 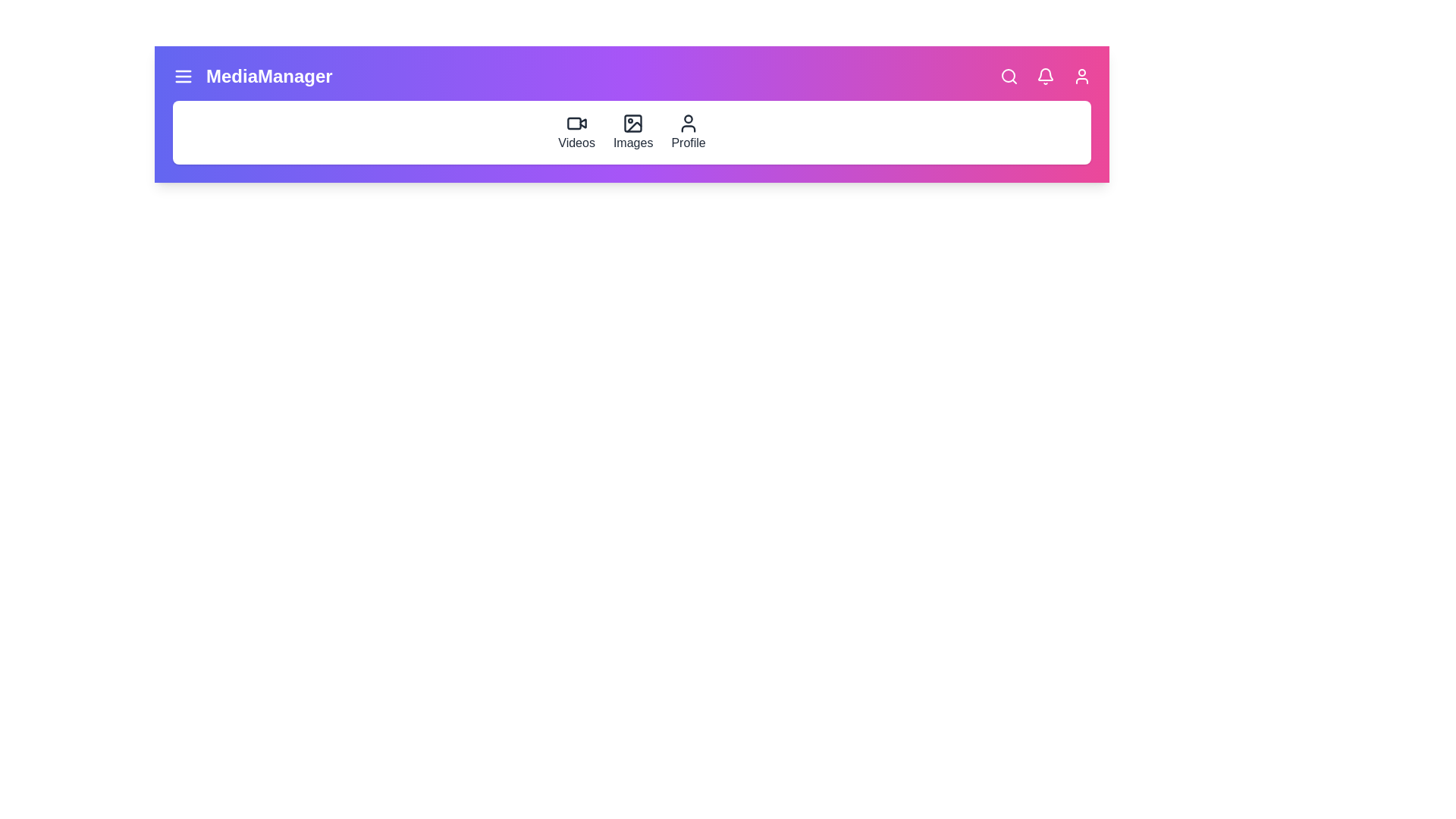 What do you see at coordinates (1044, 76) in the screenshot?
I see `the bell icon to view notifications` at bounding box center [1044, 76].